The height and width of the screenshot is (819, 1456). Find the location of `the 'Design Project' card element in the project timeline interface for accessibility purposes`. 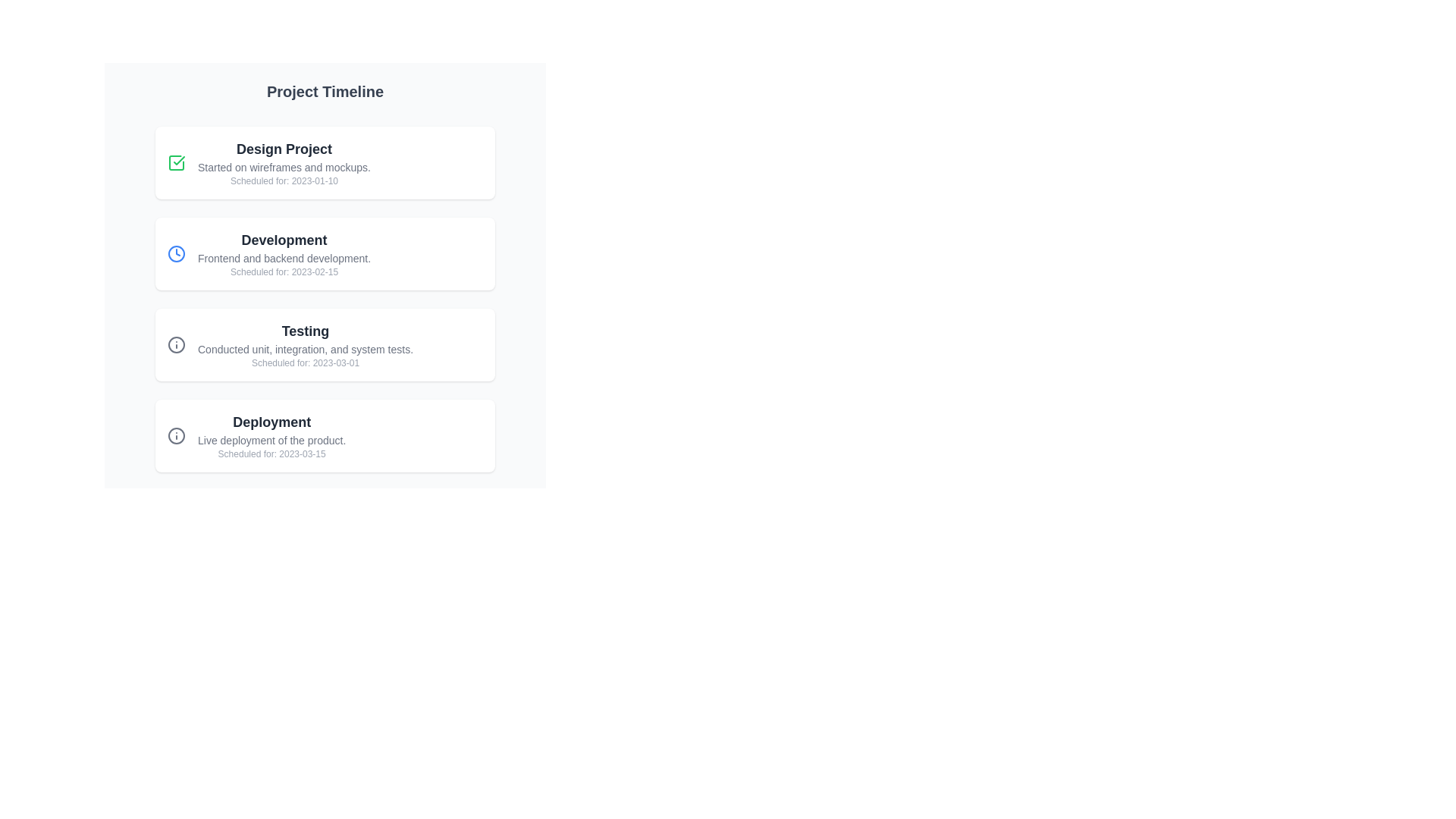

the 'Design Project' card element in the project timeline interface for accessibility purposes is located at coordinates (284, 163).